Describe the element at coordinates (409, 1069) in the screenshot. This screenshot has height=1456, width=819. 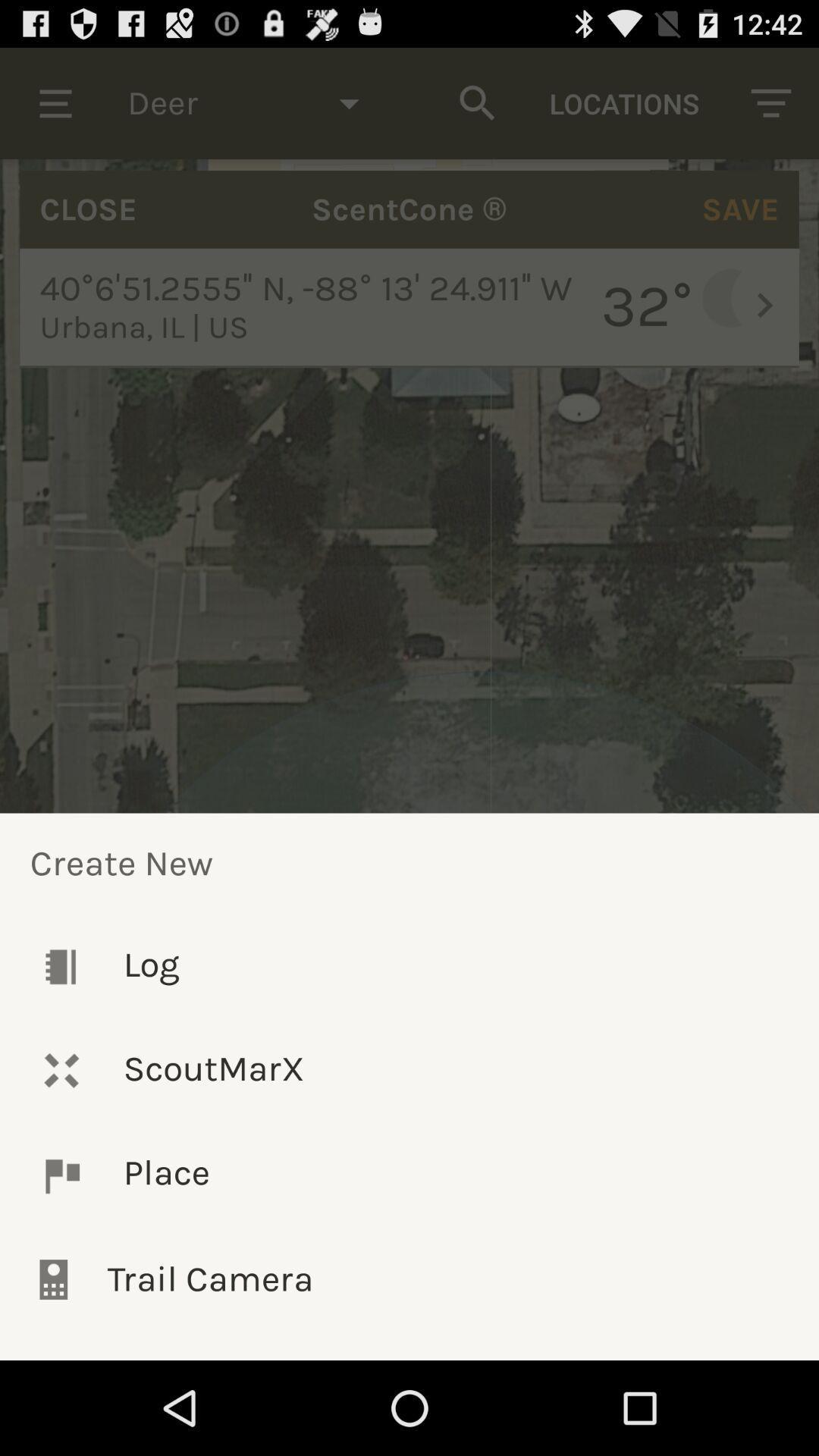
I see `the icon below log` at that location.